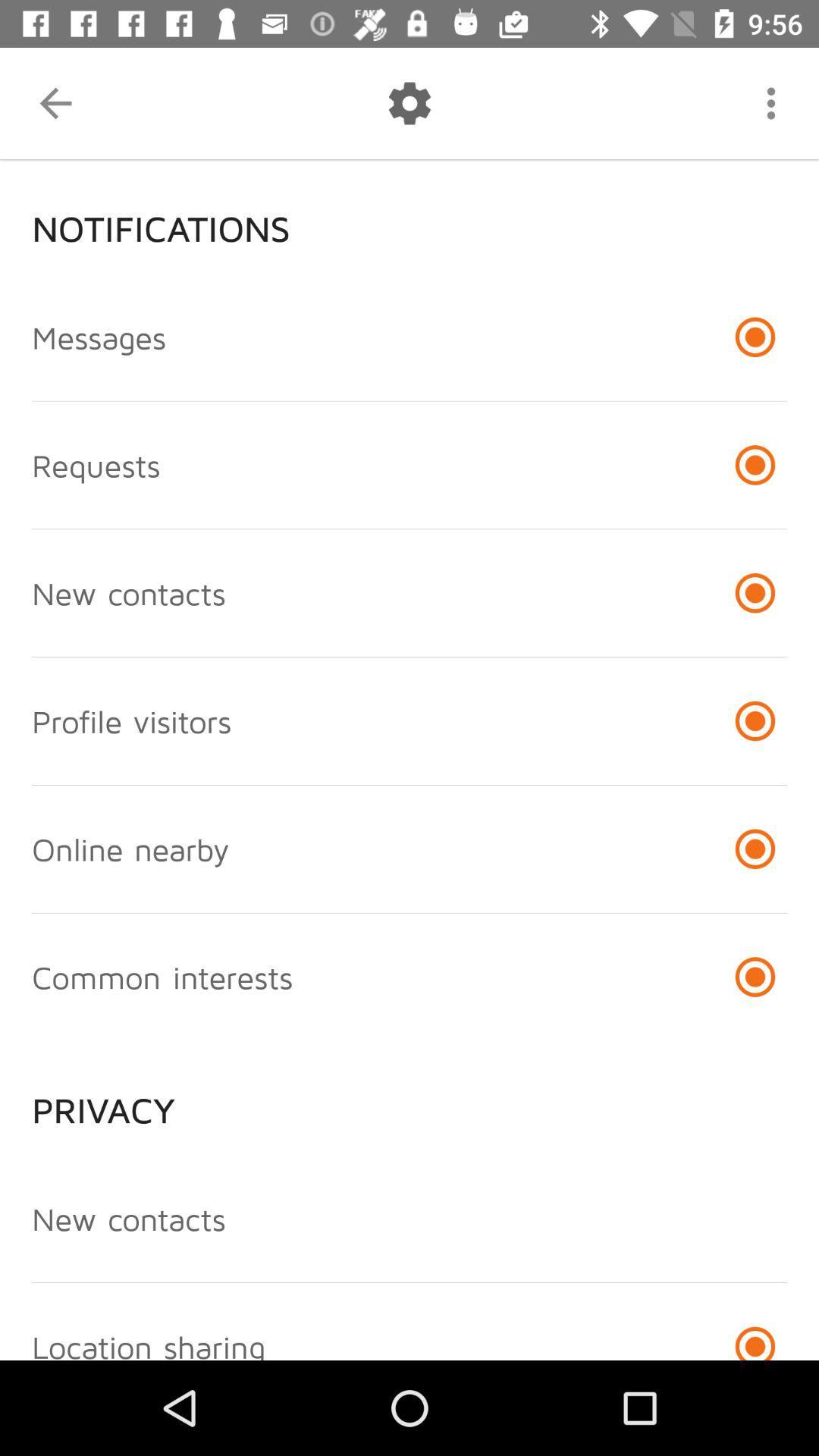 The image size is (819, 1456). I want to click on messages item, so click(99, 336).